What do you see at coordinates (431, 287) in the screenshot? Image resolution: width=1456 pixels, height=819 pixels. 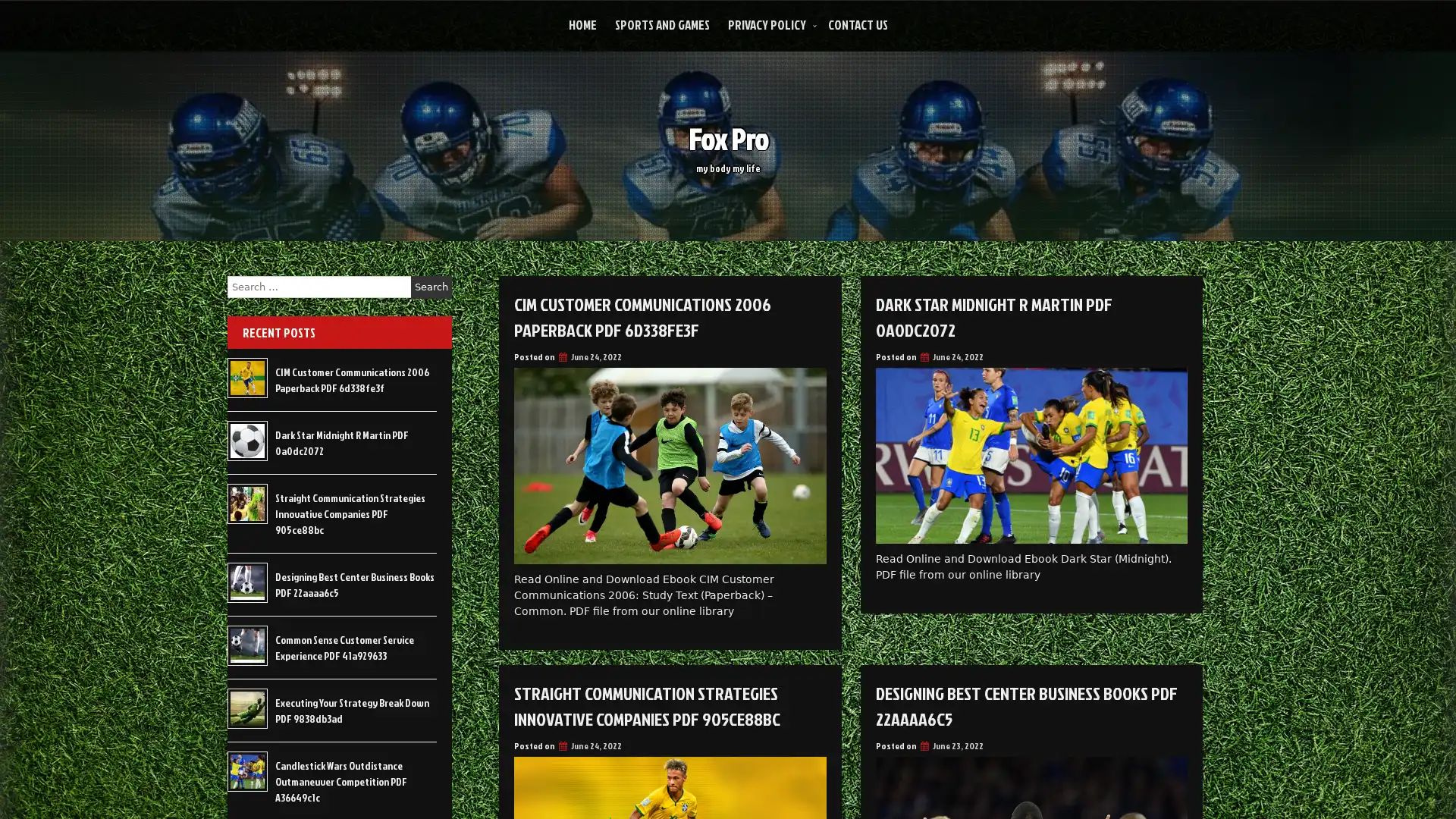 I see `Search` at bounding box center [431, 287].